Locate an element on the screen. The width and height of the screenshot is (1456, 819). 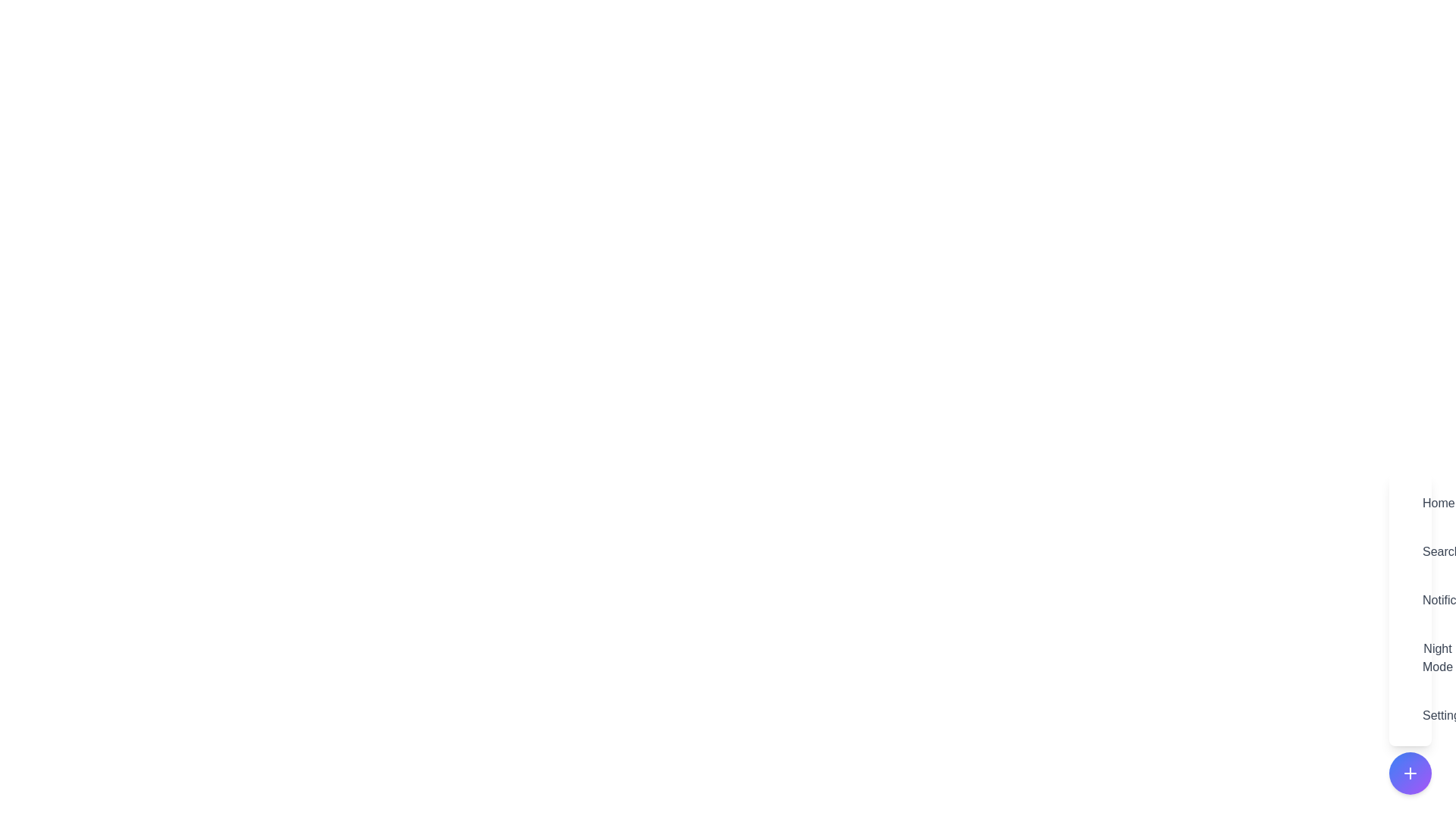
the menu item labeled Night Mode is located at coordinates (1410, 657).